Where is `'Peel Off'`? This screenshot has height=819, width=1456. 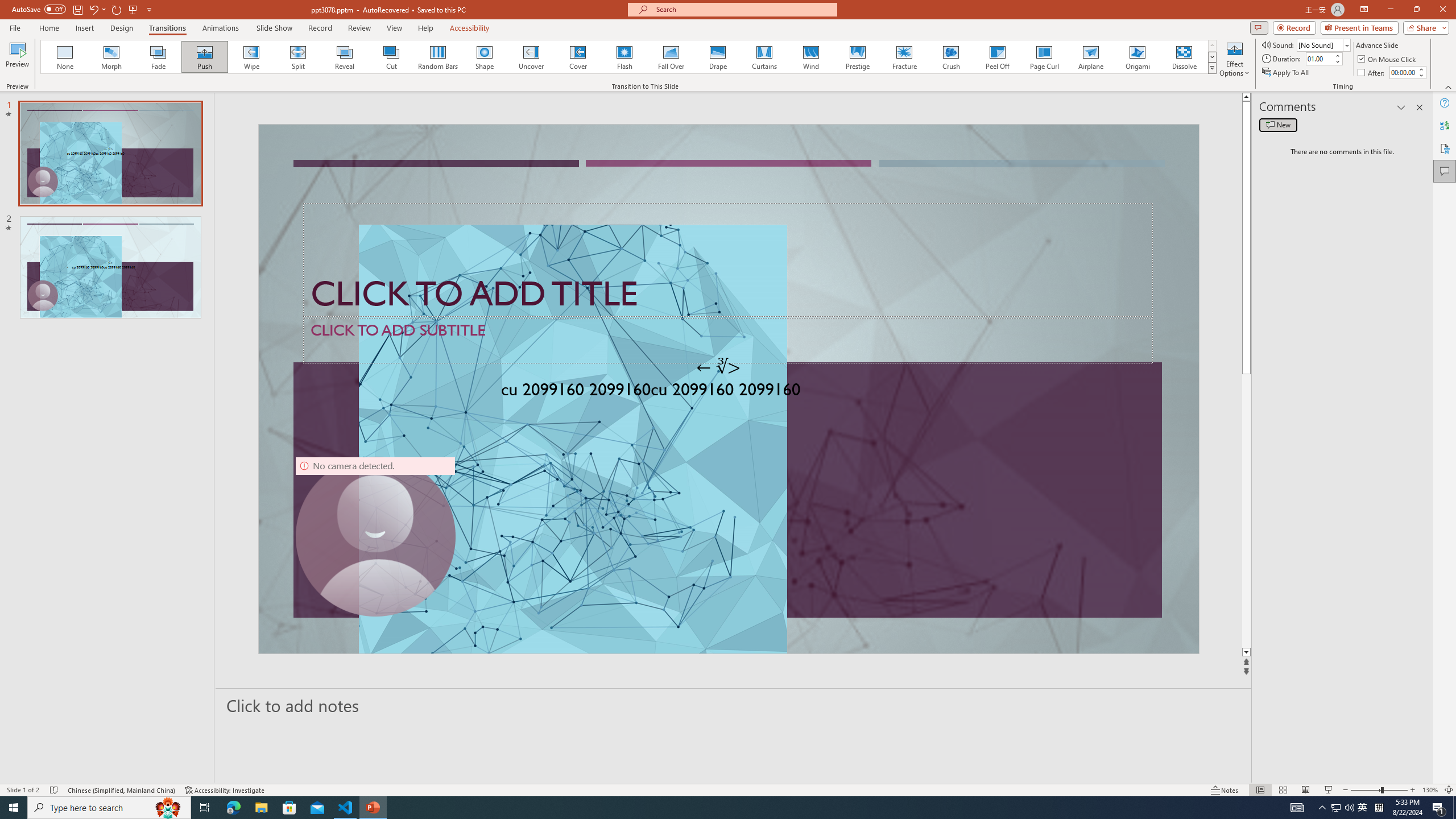
'Peel Off' is located at coordinates (996, 56).